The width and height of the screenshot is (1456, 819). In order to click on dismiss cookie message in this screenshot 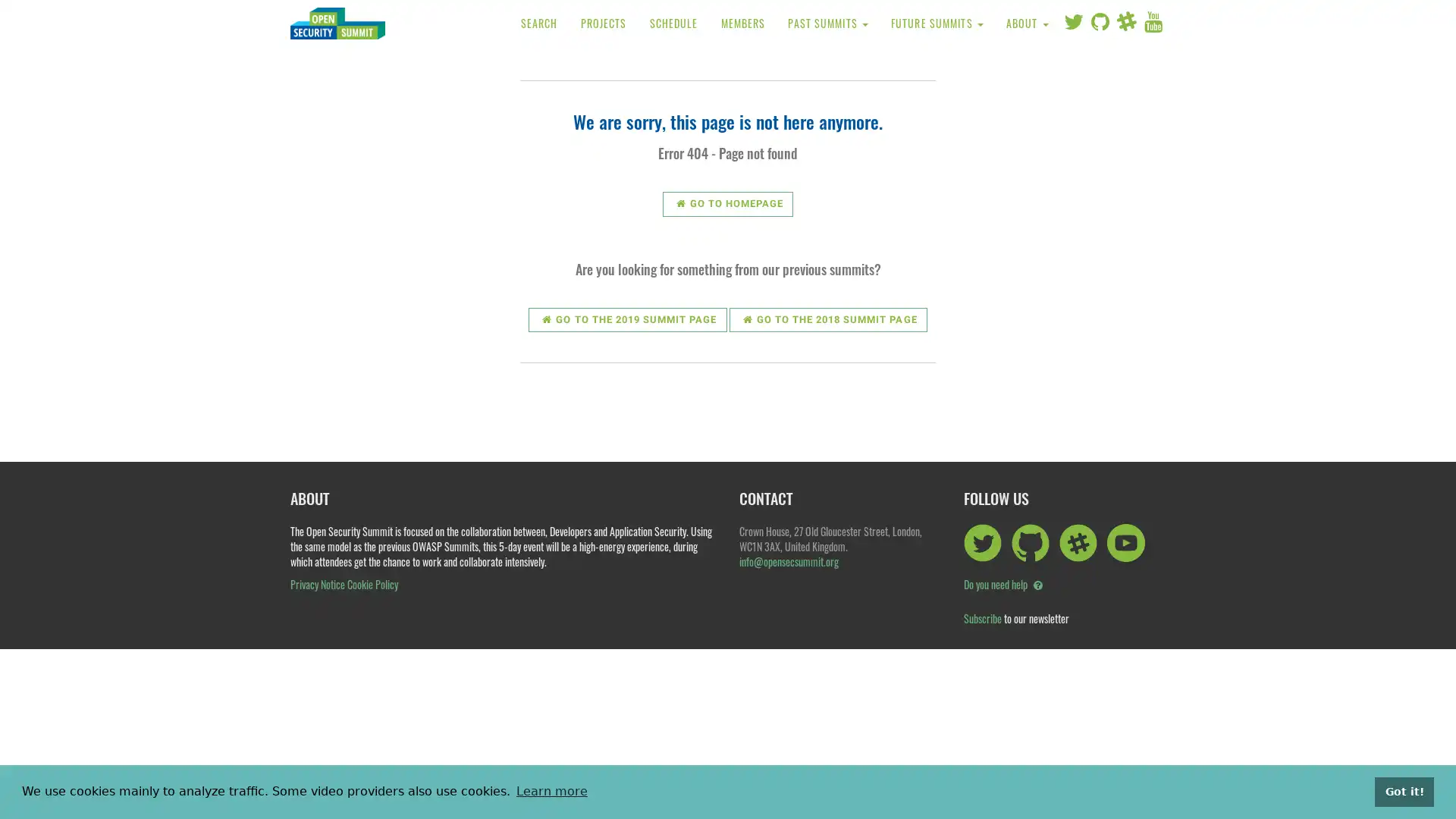, I will do `click(1404, 791)`.